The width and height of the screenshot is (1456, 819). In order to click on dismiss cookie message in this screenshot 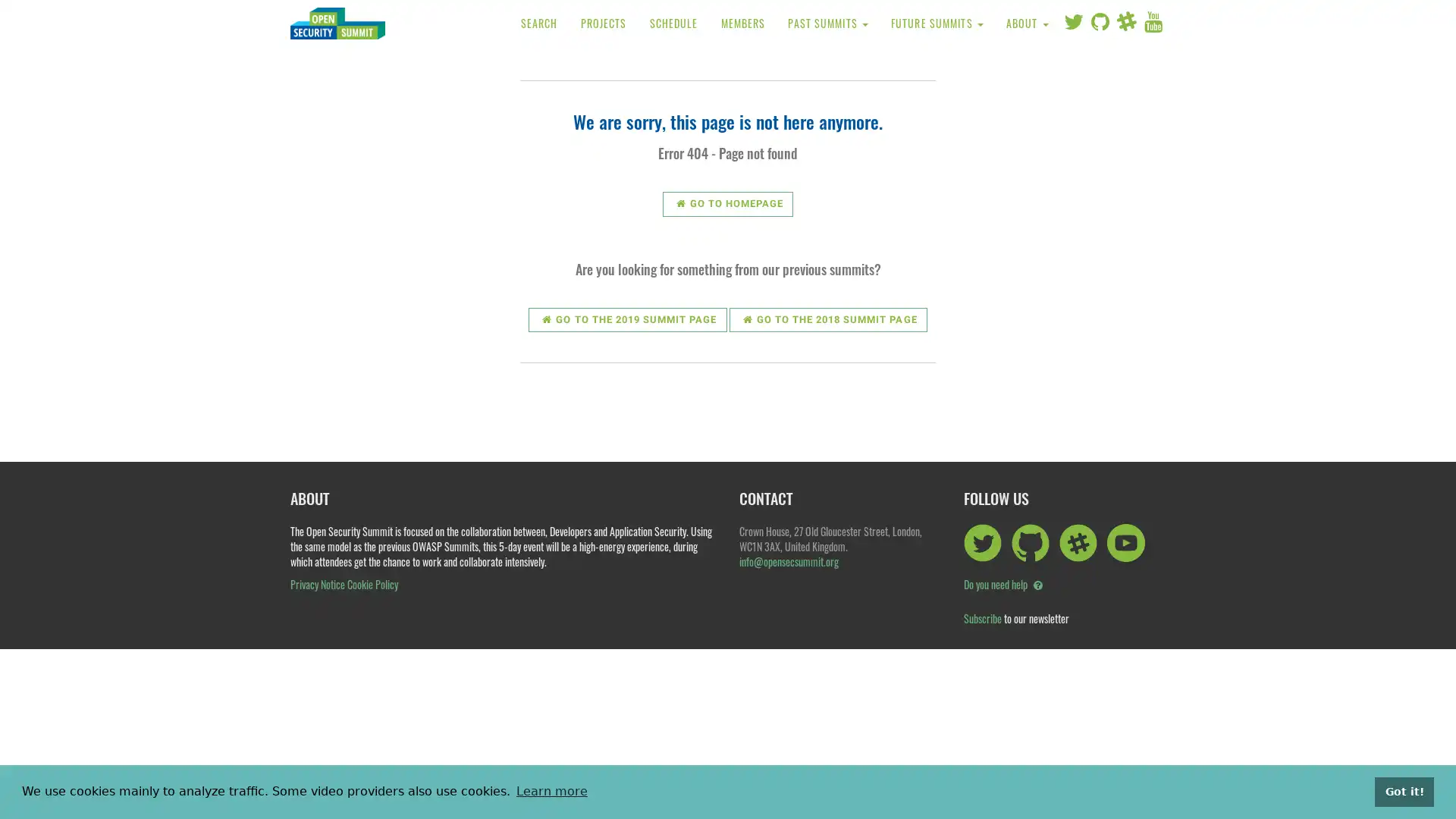, I will do `click(1404, 791)`.